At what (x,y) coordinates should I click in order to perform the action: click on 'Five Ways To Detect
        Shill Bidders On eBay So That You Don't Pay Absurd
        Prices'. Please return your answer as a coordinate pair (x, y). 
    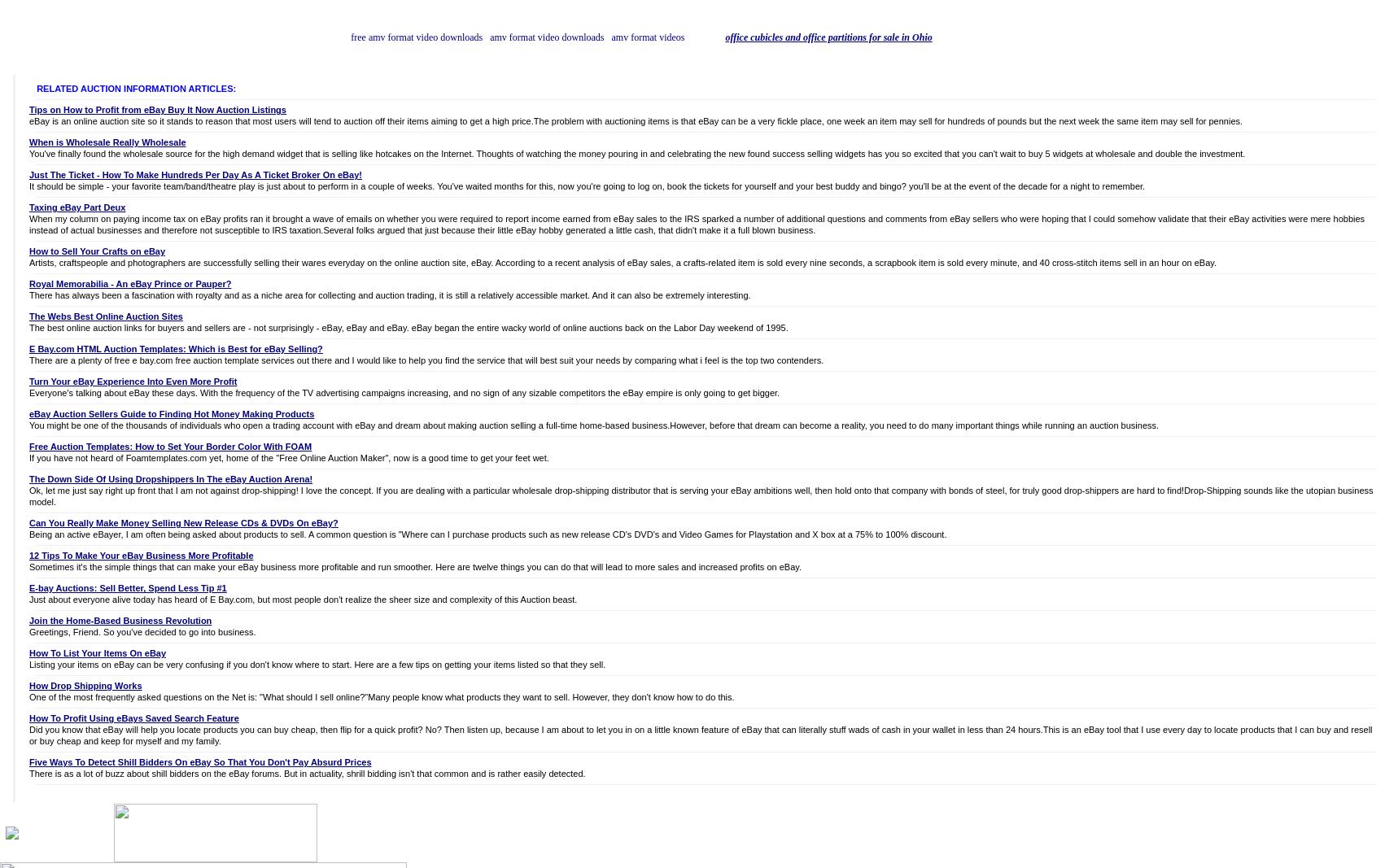
    Looking at the image, I should click on (199, 762).